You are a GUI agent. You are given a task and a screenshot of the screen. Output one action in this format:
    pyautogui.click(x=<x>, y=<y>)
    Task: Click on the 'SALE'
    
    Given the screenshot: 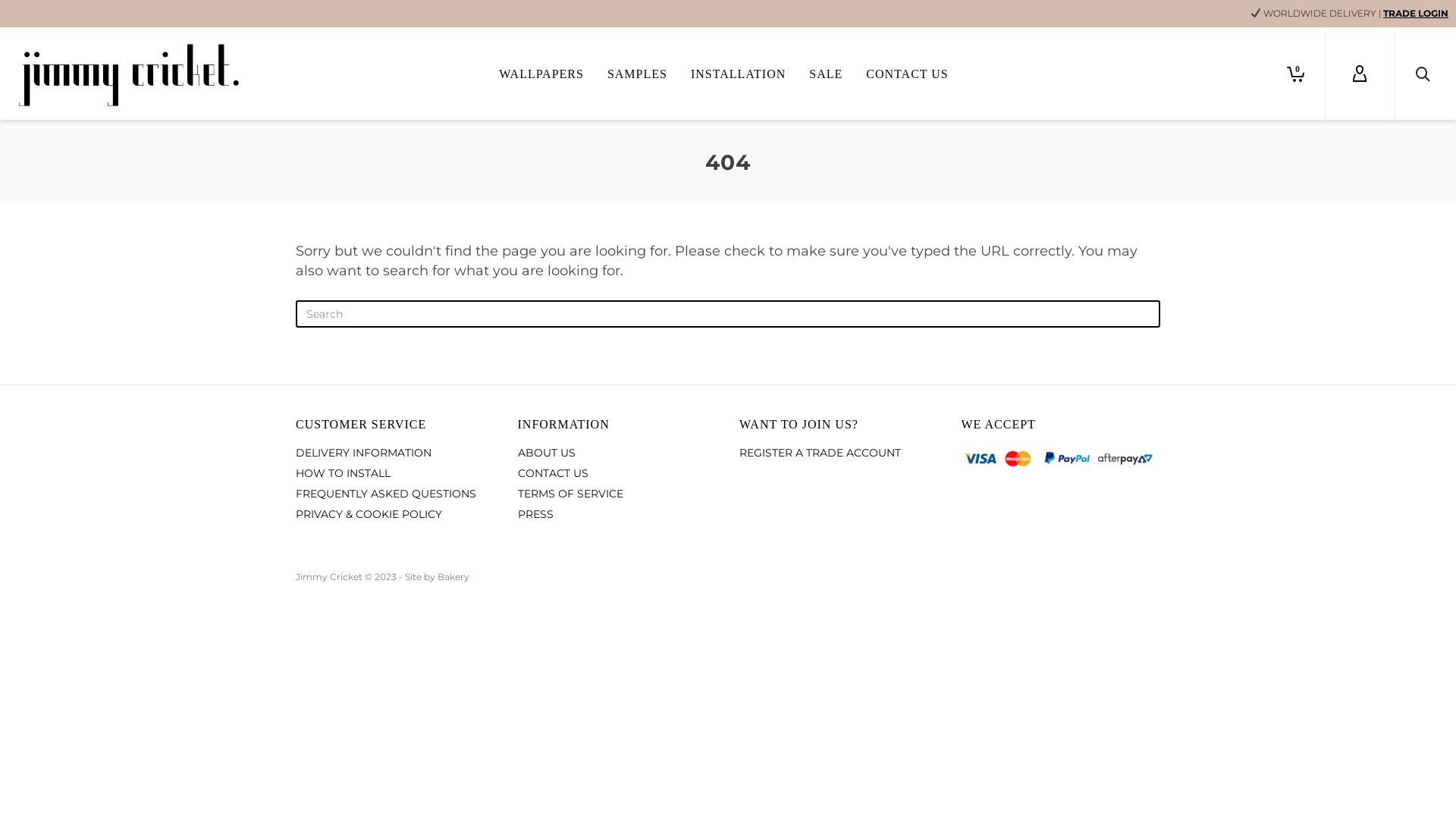 What is the action you would take?
    pyautogui.click(x=825, y=74)
    